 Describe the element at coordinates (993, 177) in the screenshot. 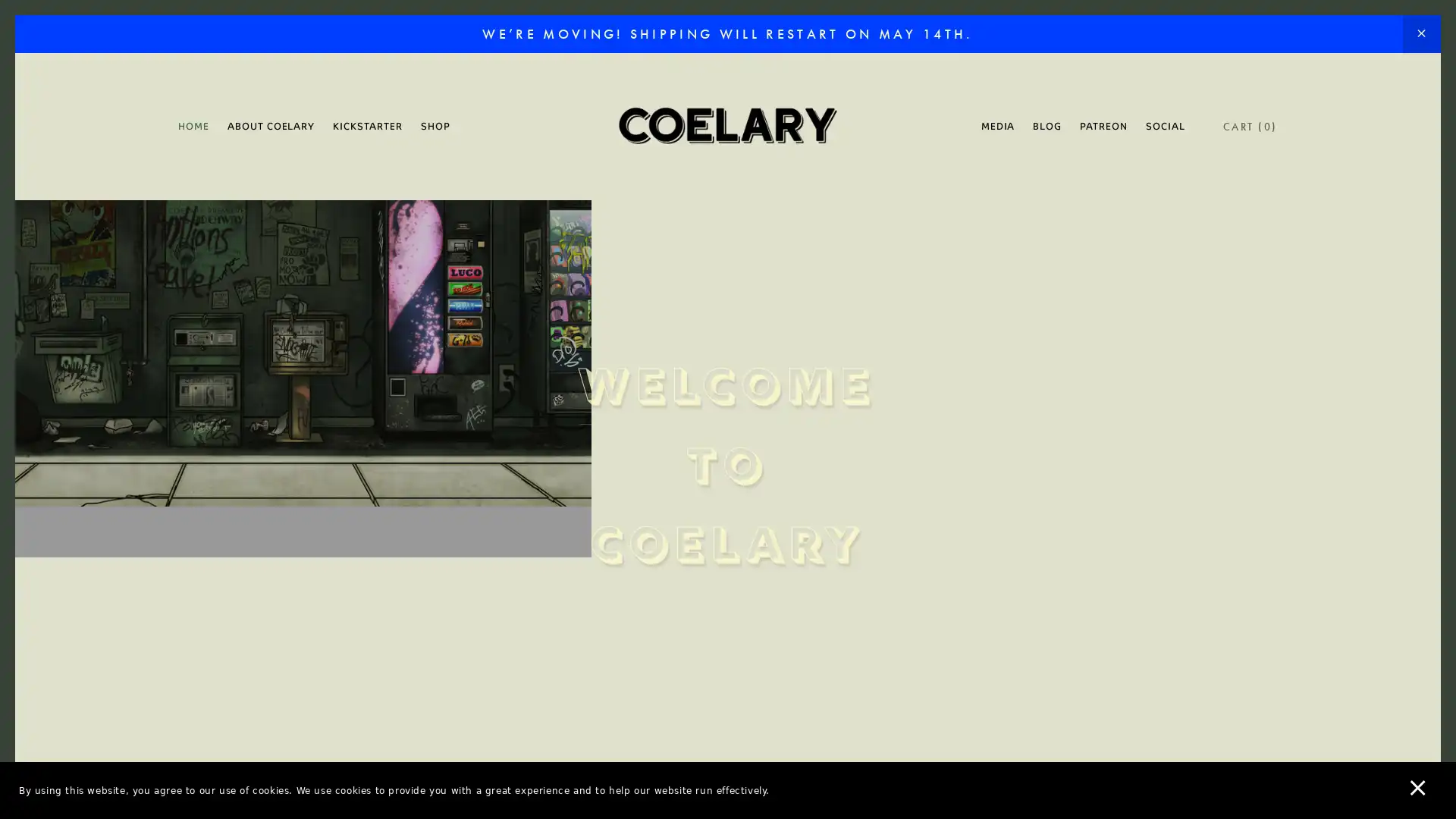

I see `Close` at that location.